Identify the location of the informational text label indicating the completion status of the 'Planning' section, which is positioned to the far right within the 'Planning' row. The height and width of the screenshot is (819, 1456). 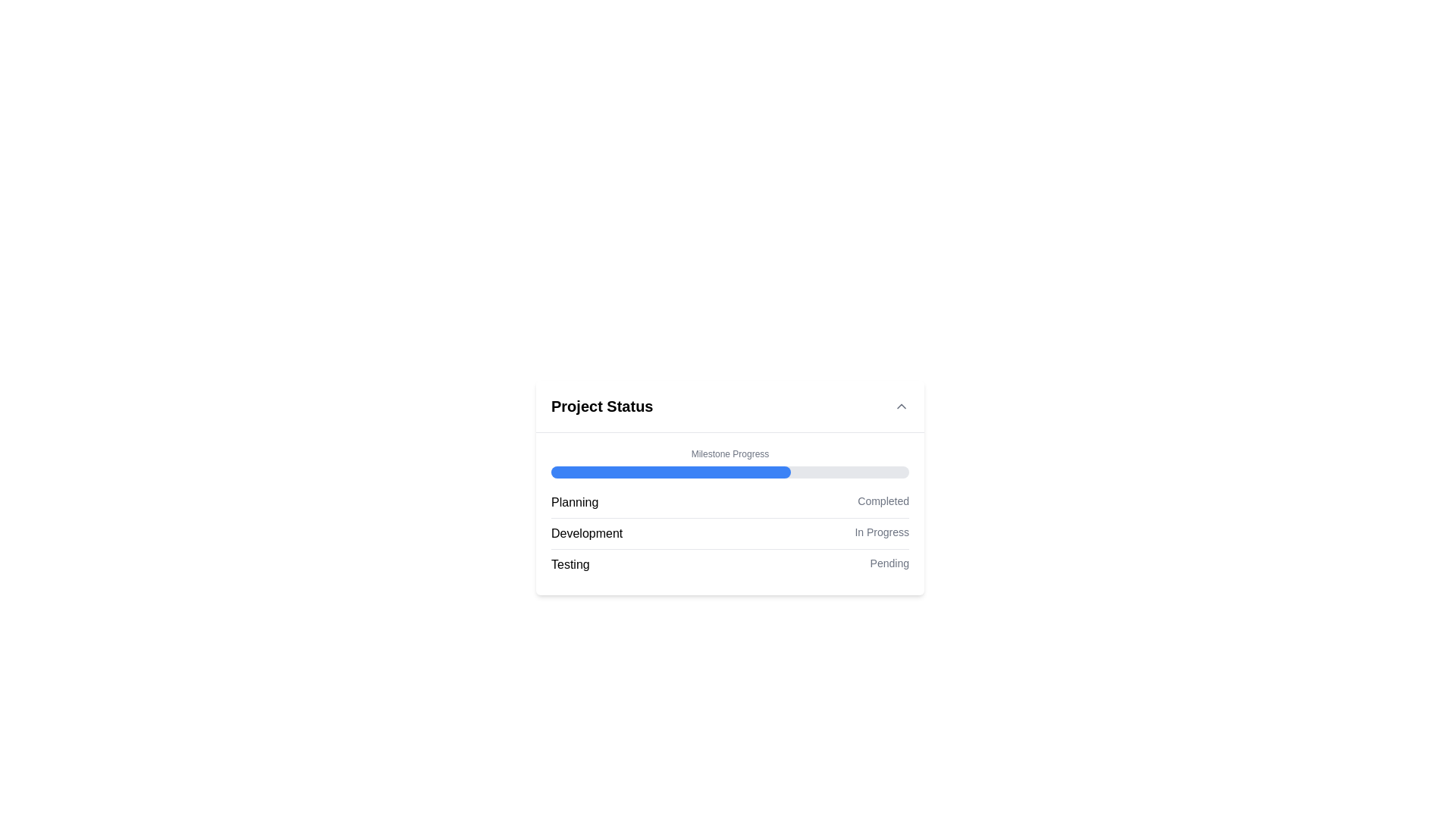
(883, 503).